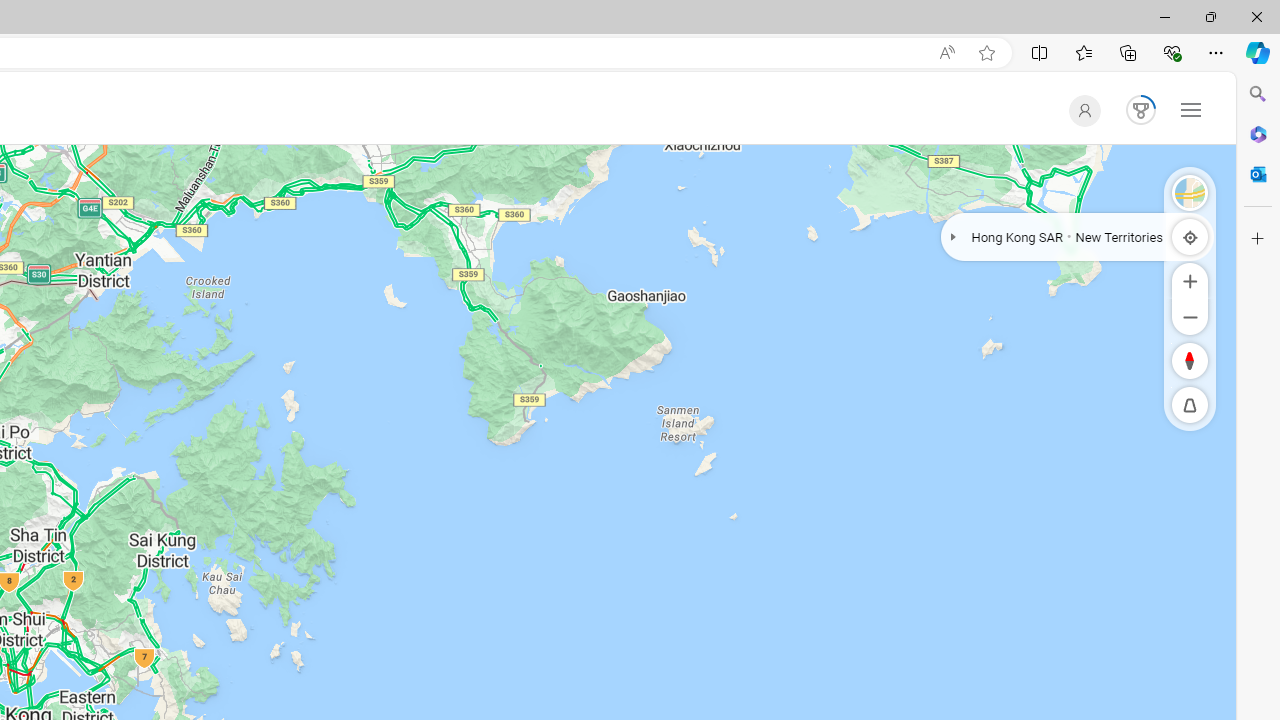 This screenshot has width=1280, height=720. Describe the element at coordinates (1190, 405) in the screenshot. I see `'Reset to Default Pitch'` at that location.